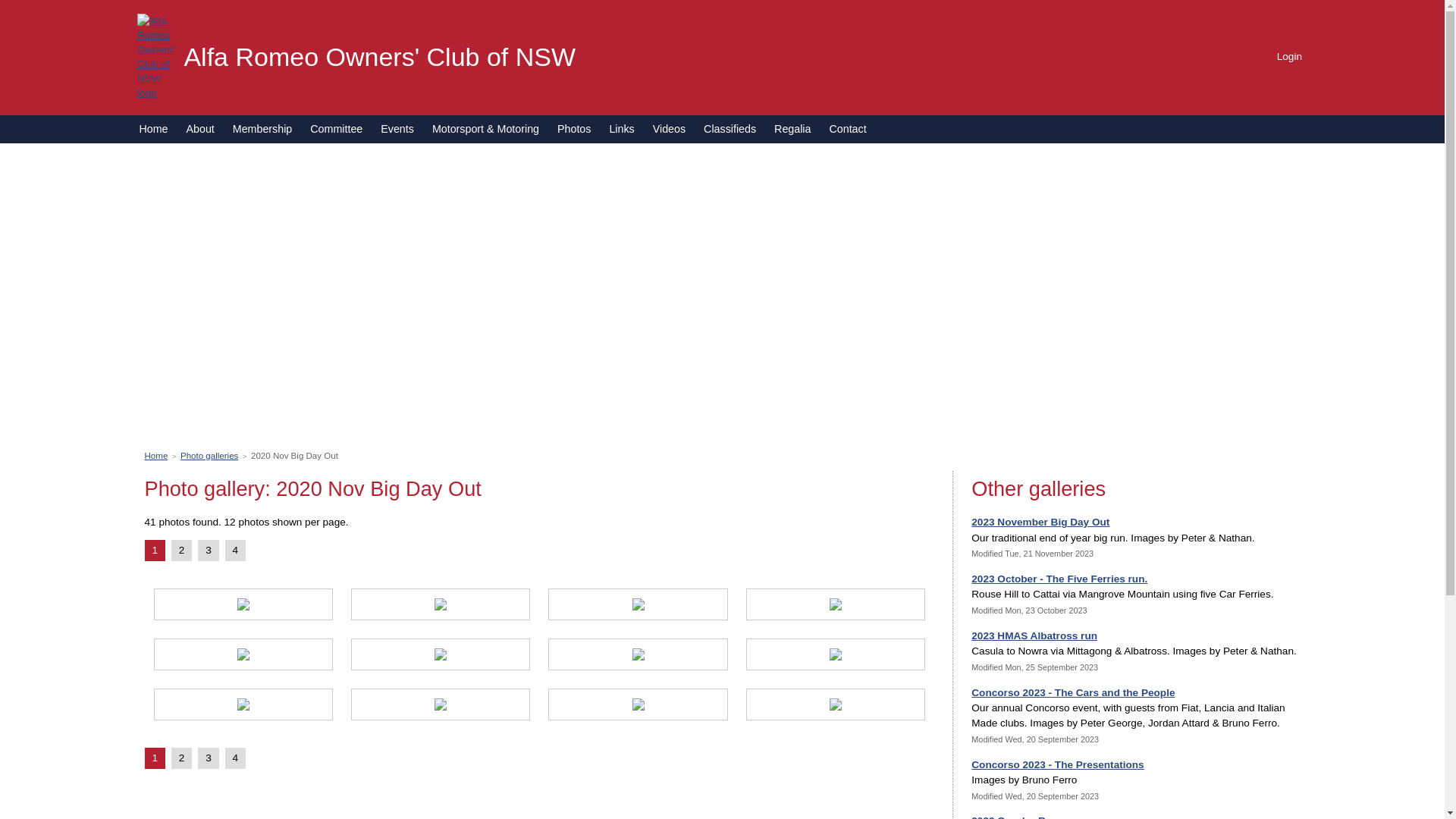  Describe the element at coordinates (1033, 635) in the screenshot. I see `'2023 HMAS Albatross run'` at that location.